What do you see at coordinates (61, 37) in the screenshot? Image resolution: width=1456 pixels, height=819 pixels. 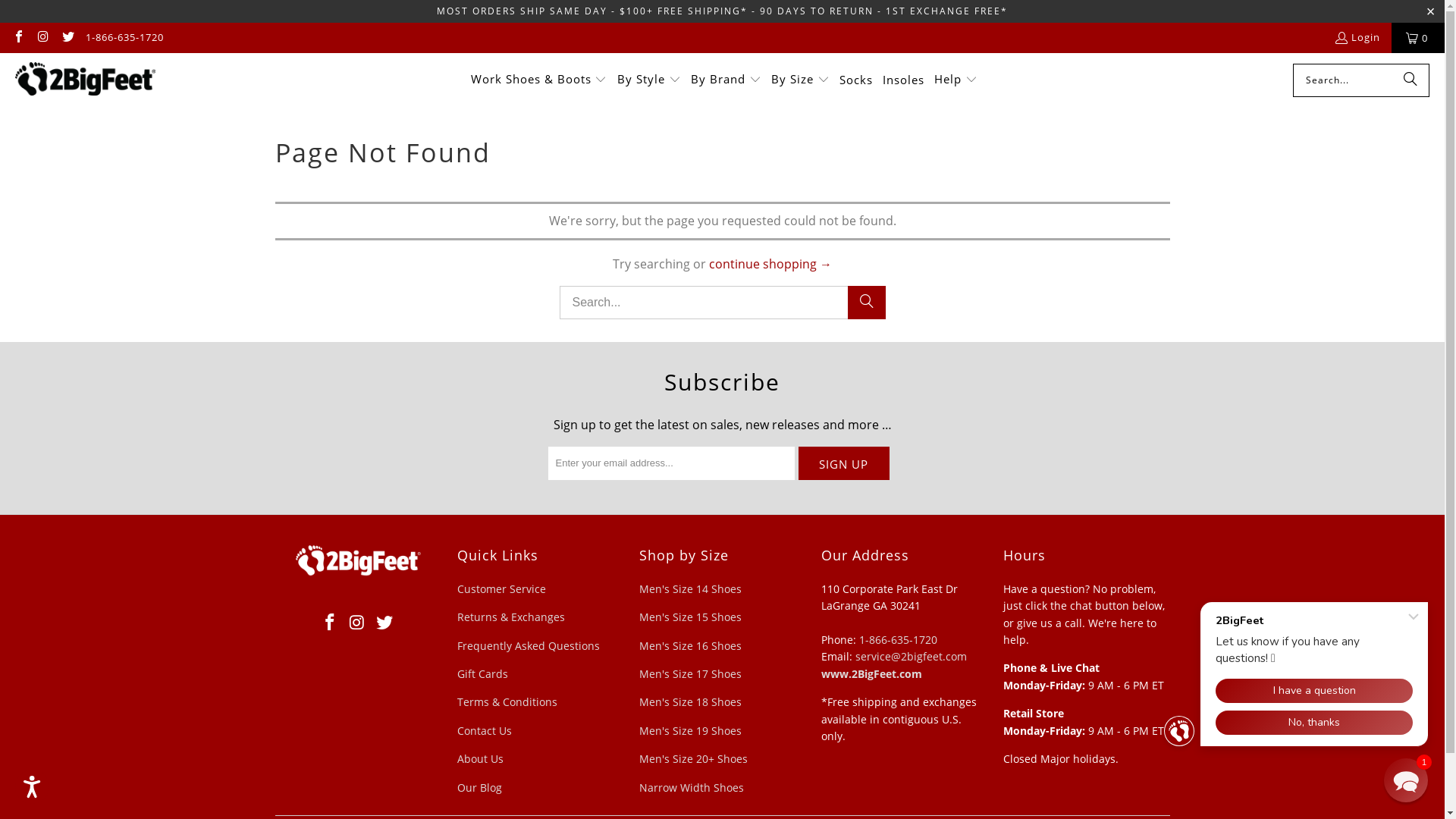 I see `'2BigFeet on Twitter'` at bounding box center [61, 37].